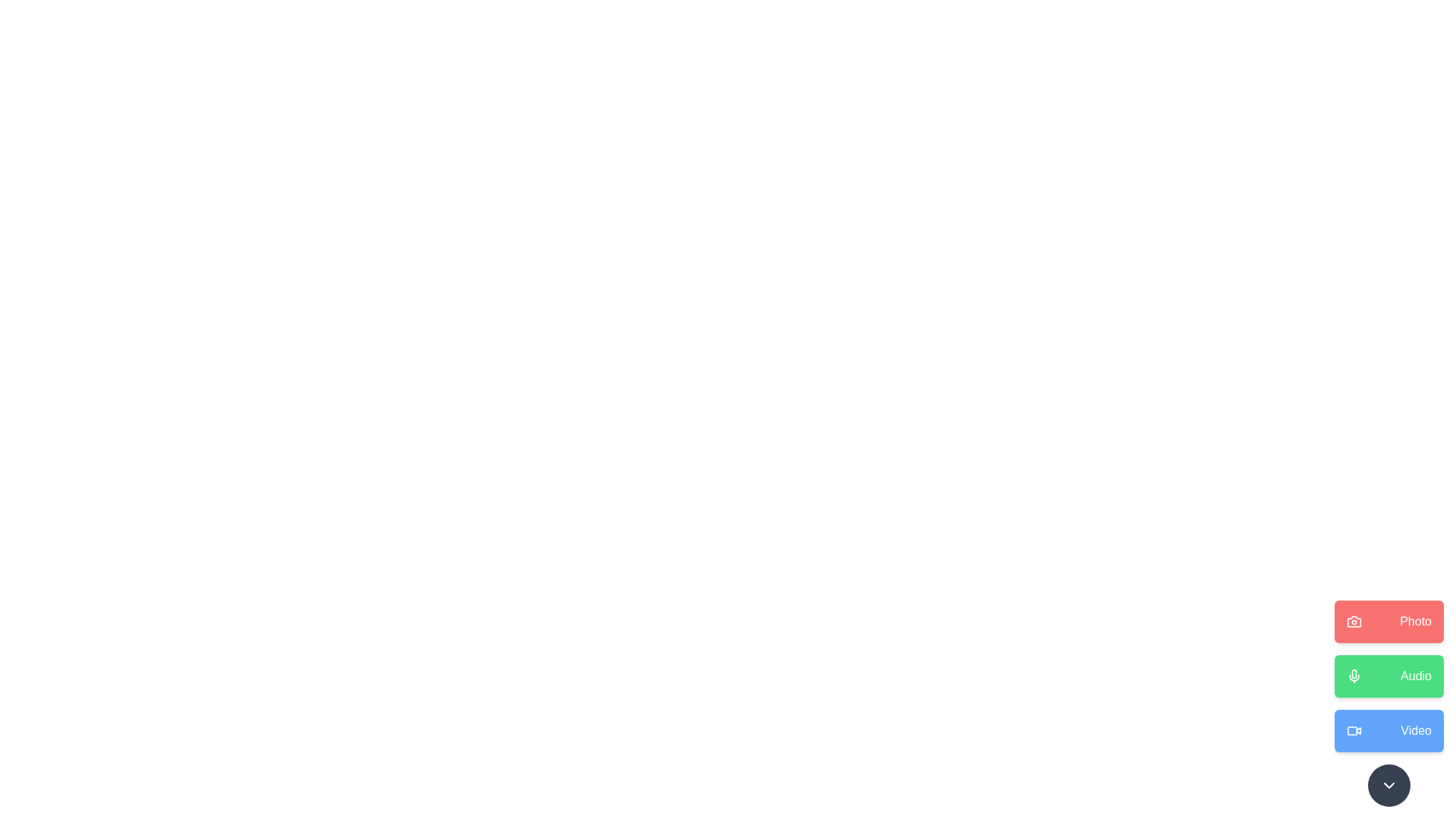 This screenshot has width=1456, height=819. What do you see at coordinates (1389, 730) in the screenshot?
I see `the 'Video' button to trigger the associated action` at bounding box center [1389, 730].